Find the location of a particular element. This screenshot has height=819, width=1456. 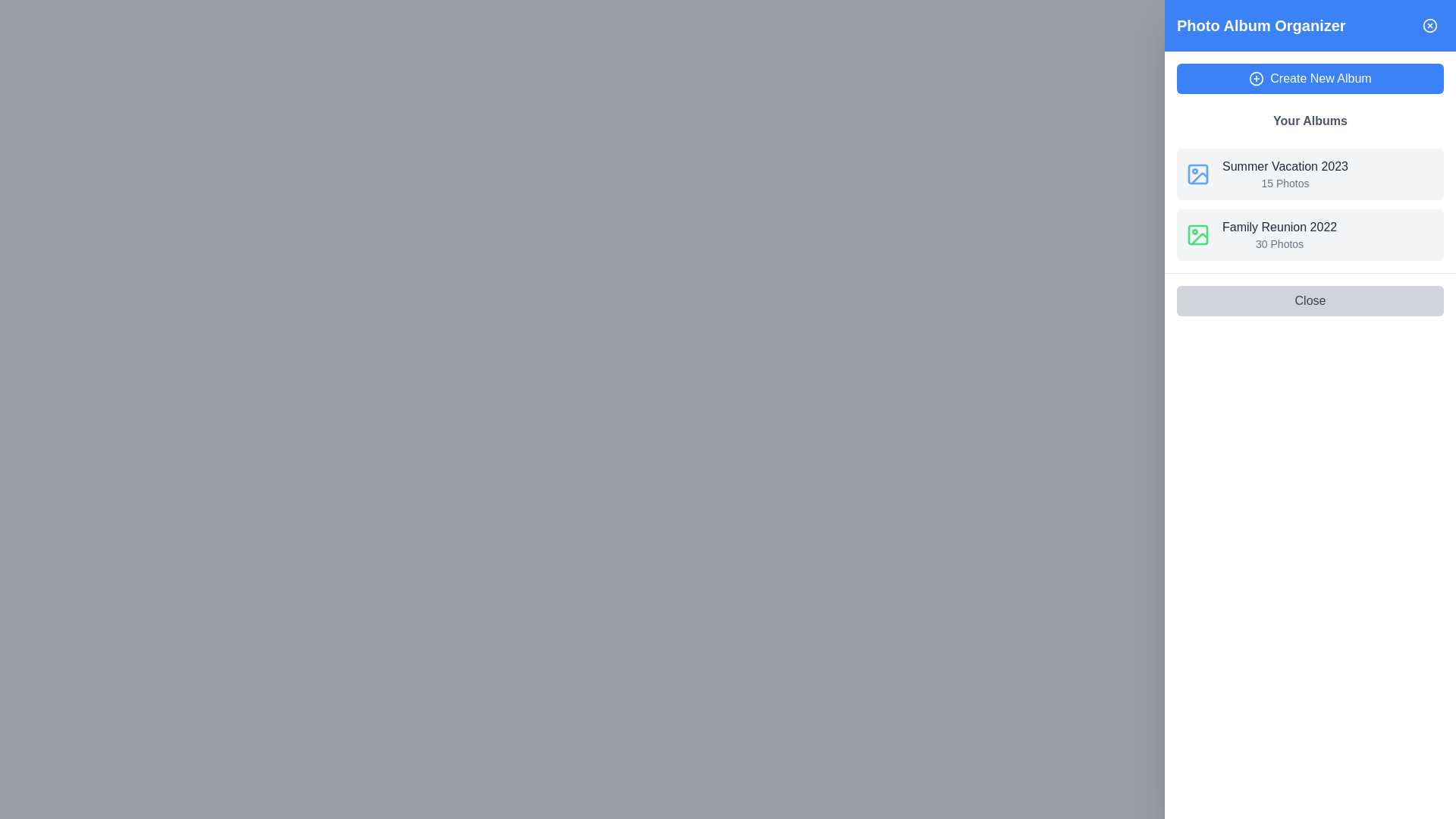

the top-left subcomponent of the album icon in the 'Your Albums' section of the 'Photo Album Organizer' sidebar, which outlines the central area of the album icon is located at coordinates (1197, 234).